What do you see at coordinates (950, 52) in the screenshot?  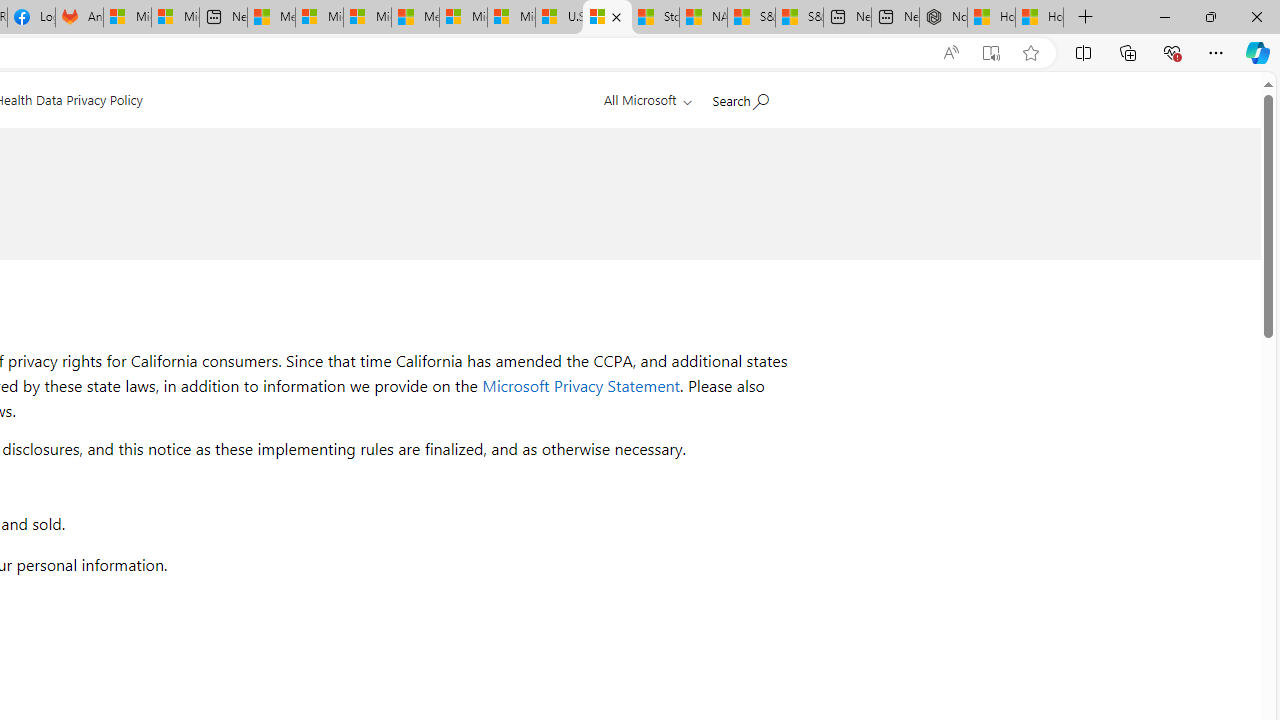 I see `'Read aloud this page (Ctrl+Shift+U)'` at bounding box center [950, 52].